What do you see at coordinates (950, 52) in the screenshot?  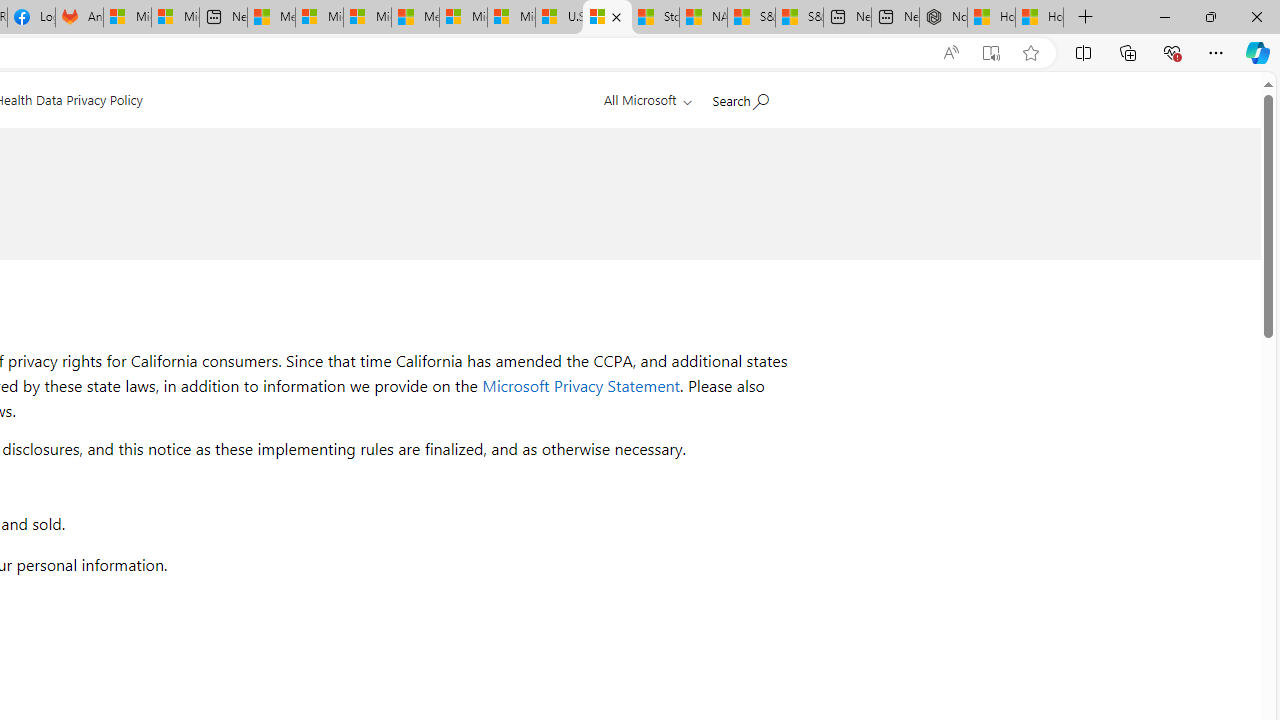 I see `'Read aloud this page (Ctrl+Shift+U)'` at bounding box center [950, 52].